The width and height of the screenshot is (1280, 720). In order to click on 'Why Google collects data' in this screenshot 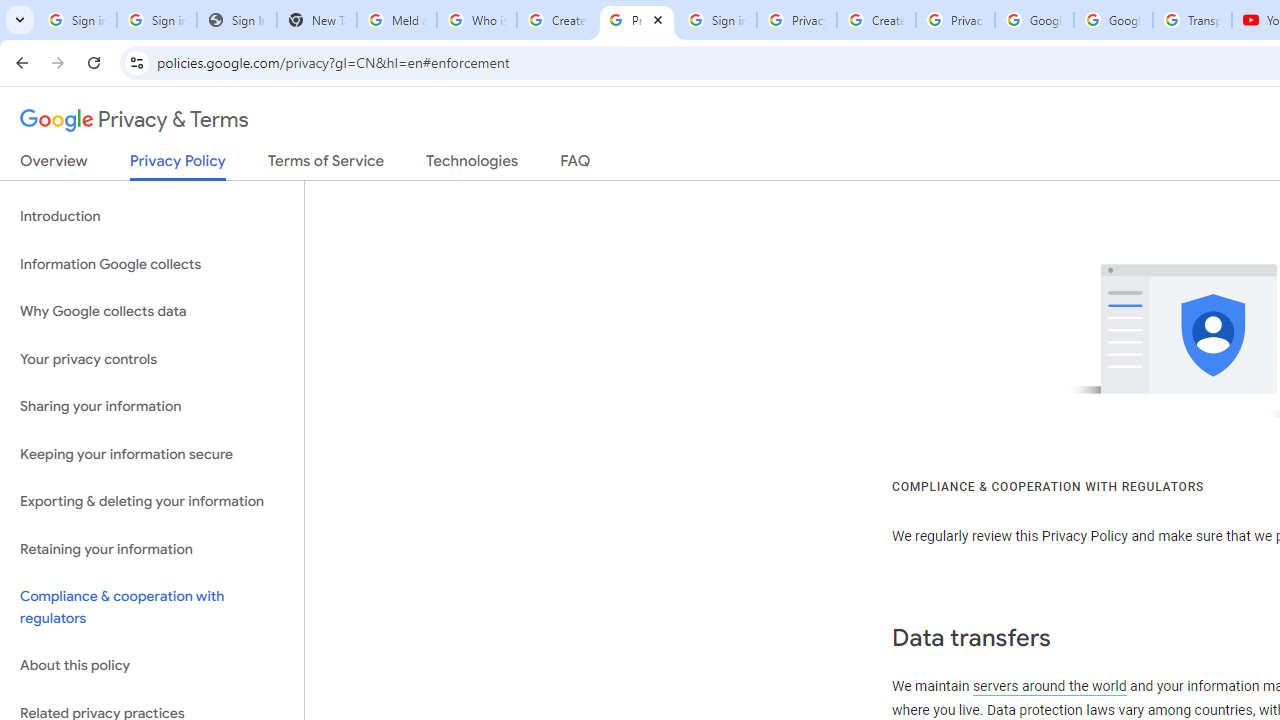, I will do `click(151, 312)`.